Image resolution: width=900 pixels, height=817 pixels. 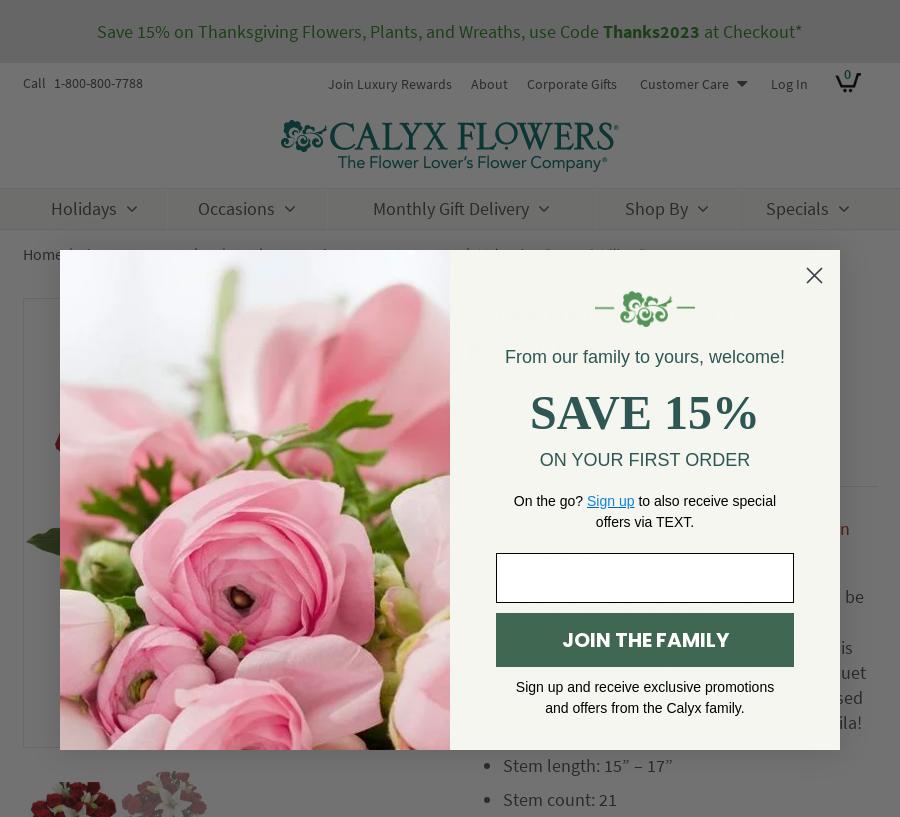 What do you see at coordinates (558, 799) in the screenshot?
I see `'Stem count: 21'` at bounding box center [558, 799].